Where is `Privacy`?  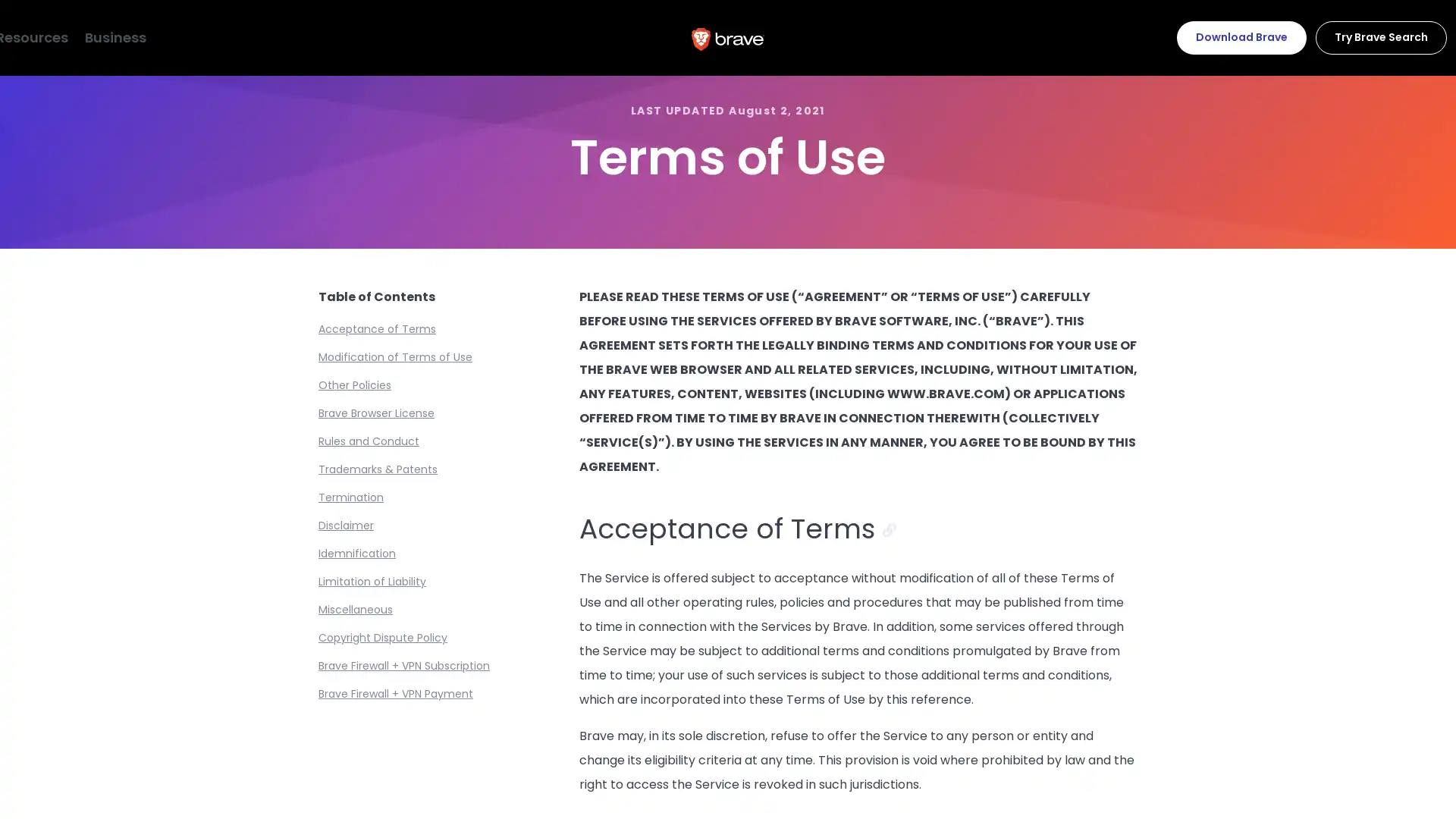
Privacy is located at coordinates (196, 36).